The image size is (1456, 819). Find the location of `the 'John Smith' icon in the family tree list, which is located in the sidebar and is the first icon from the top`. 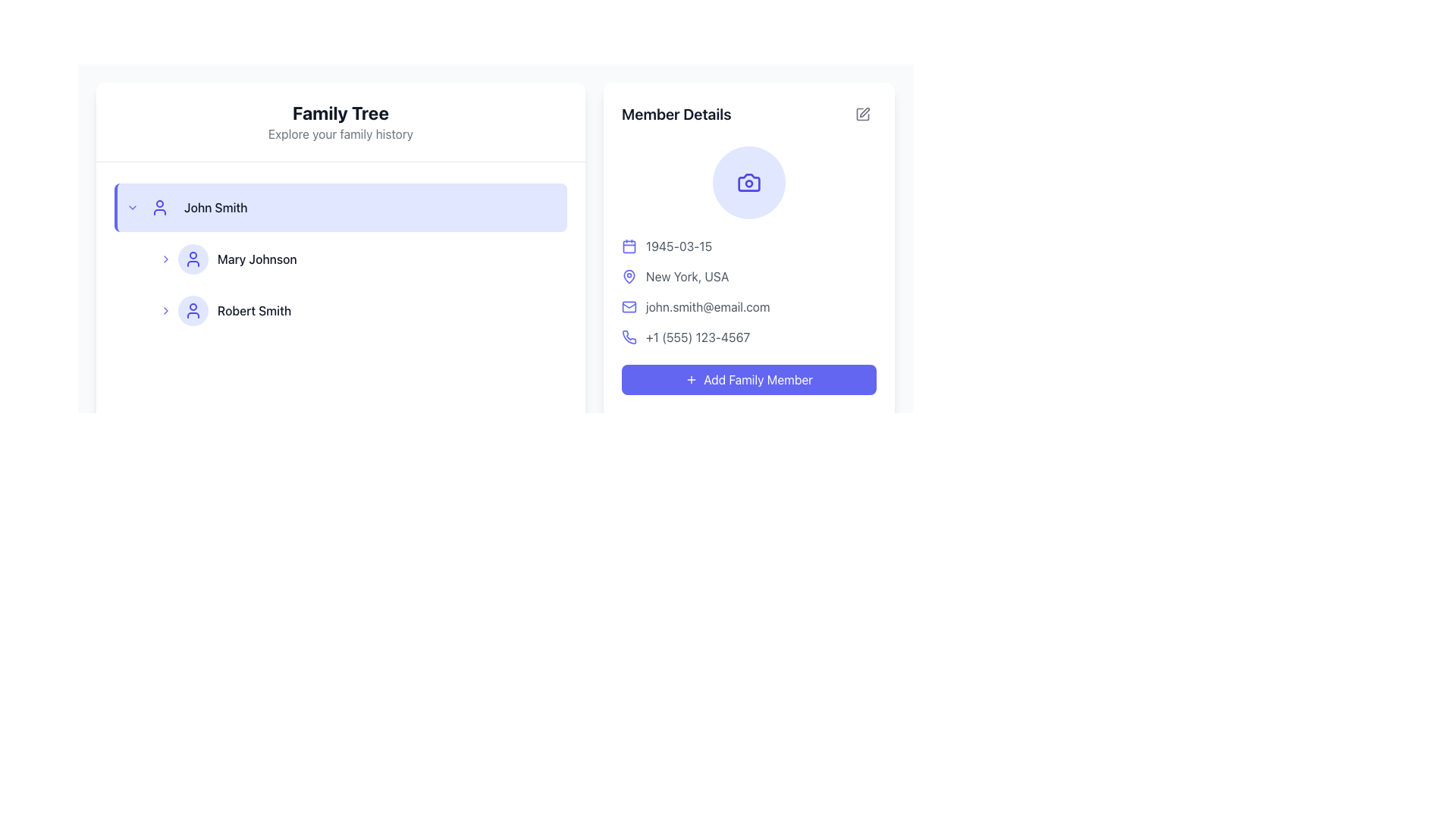

the 'John Smith' icon in the family tree list, which is located in the sidebar and is the first icon from the top is located at coordinates (160, 207).